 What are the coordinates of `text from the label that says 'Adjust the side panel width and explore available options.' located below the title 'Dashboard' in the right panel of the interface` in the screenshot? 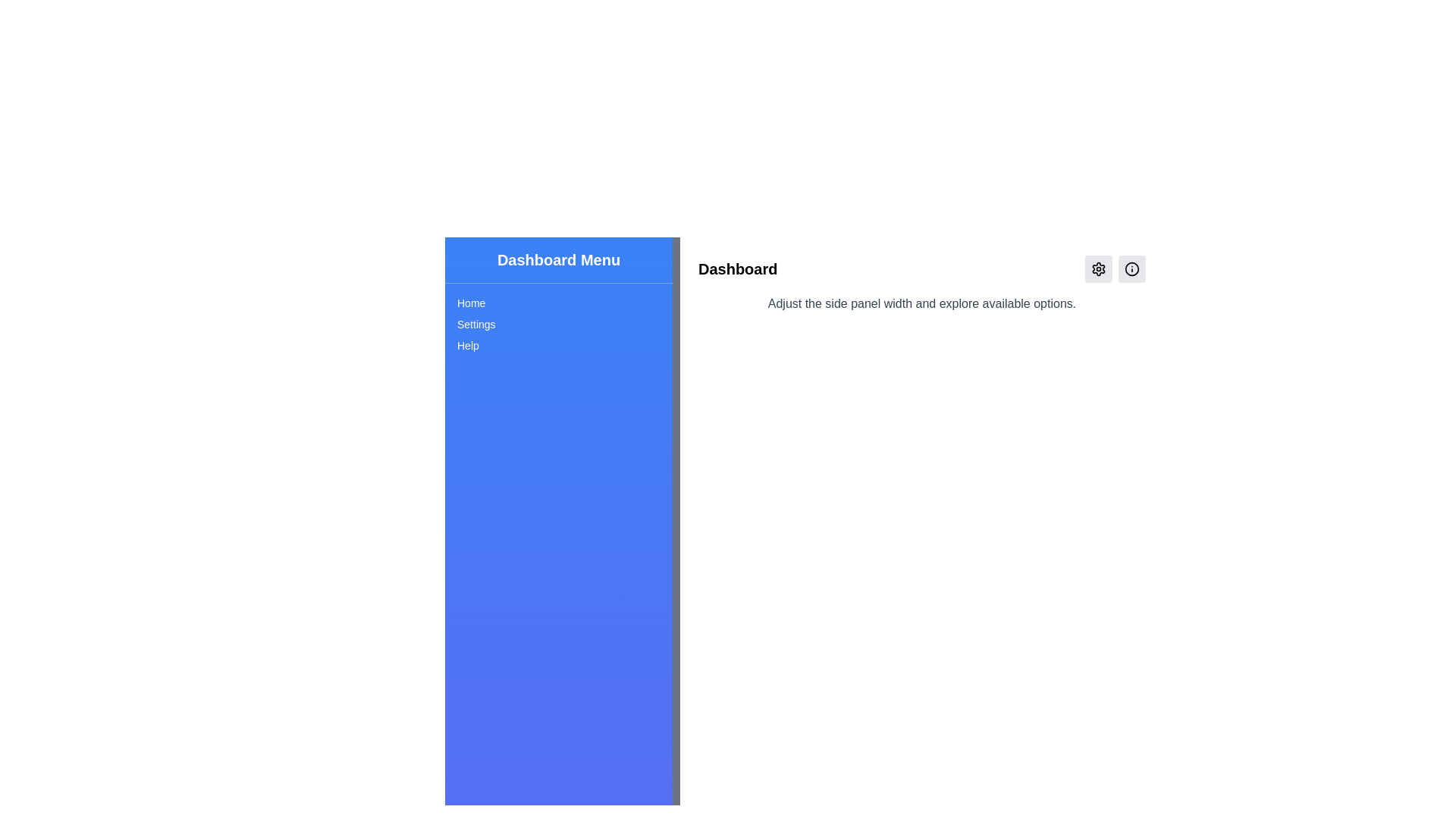 It's located at (921, 304).